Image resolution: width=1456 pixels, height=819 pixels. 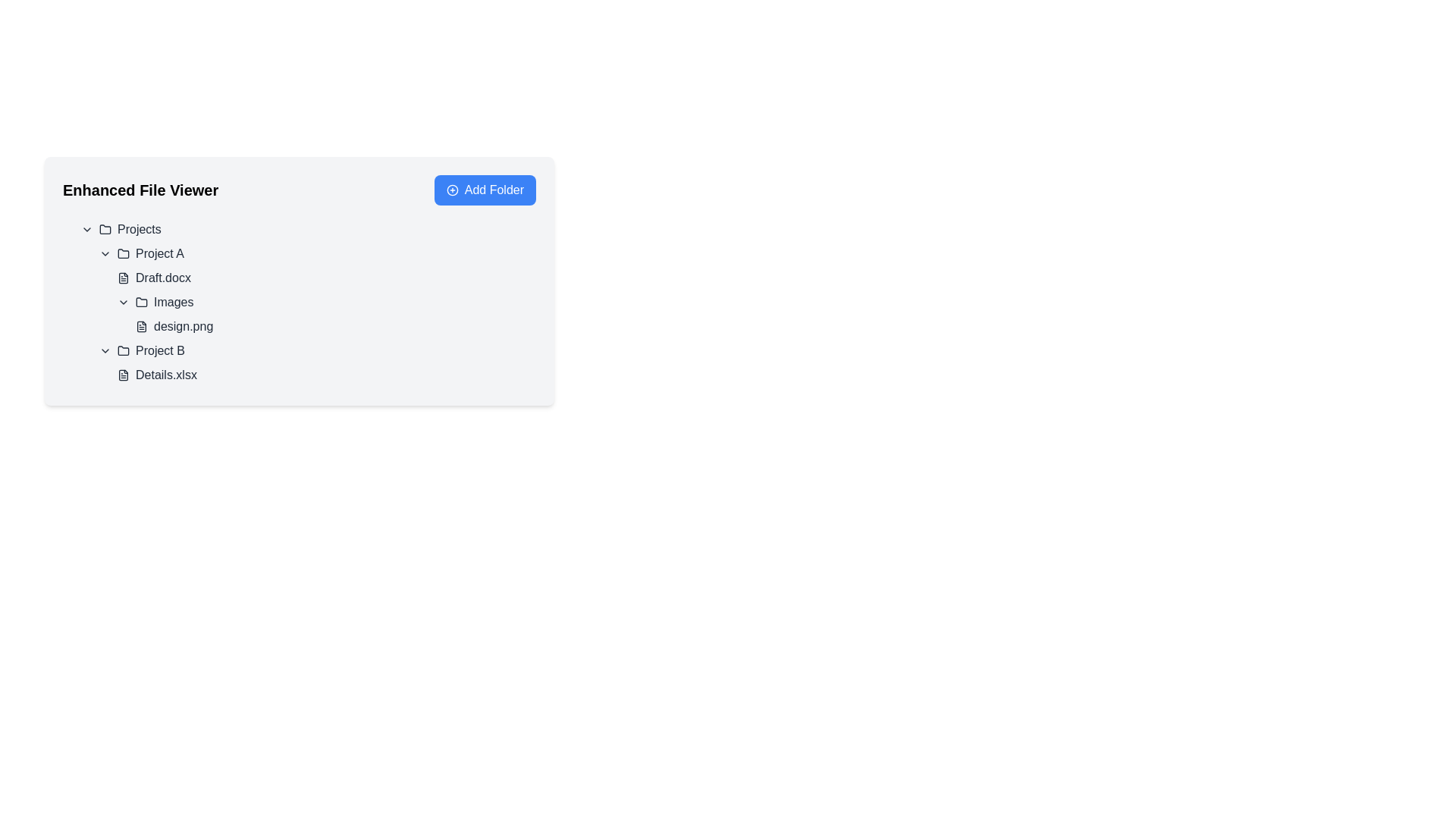 What do you see at coordinates (124, 375) in the screenshot?
I see `the document icon, which is a rectangular shape with a folded corner, located under the 'Project B' directory in the 'Enhanced File Viewer' interface` at bounding box center [124, 375].